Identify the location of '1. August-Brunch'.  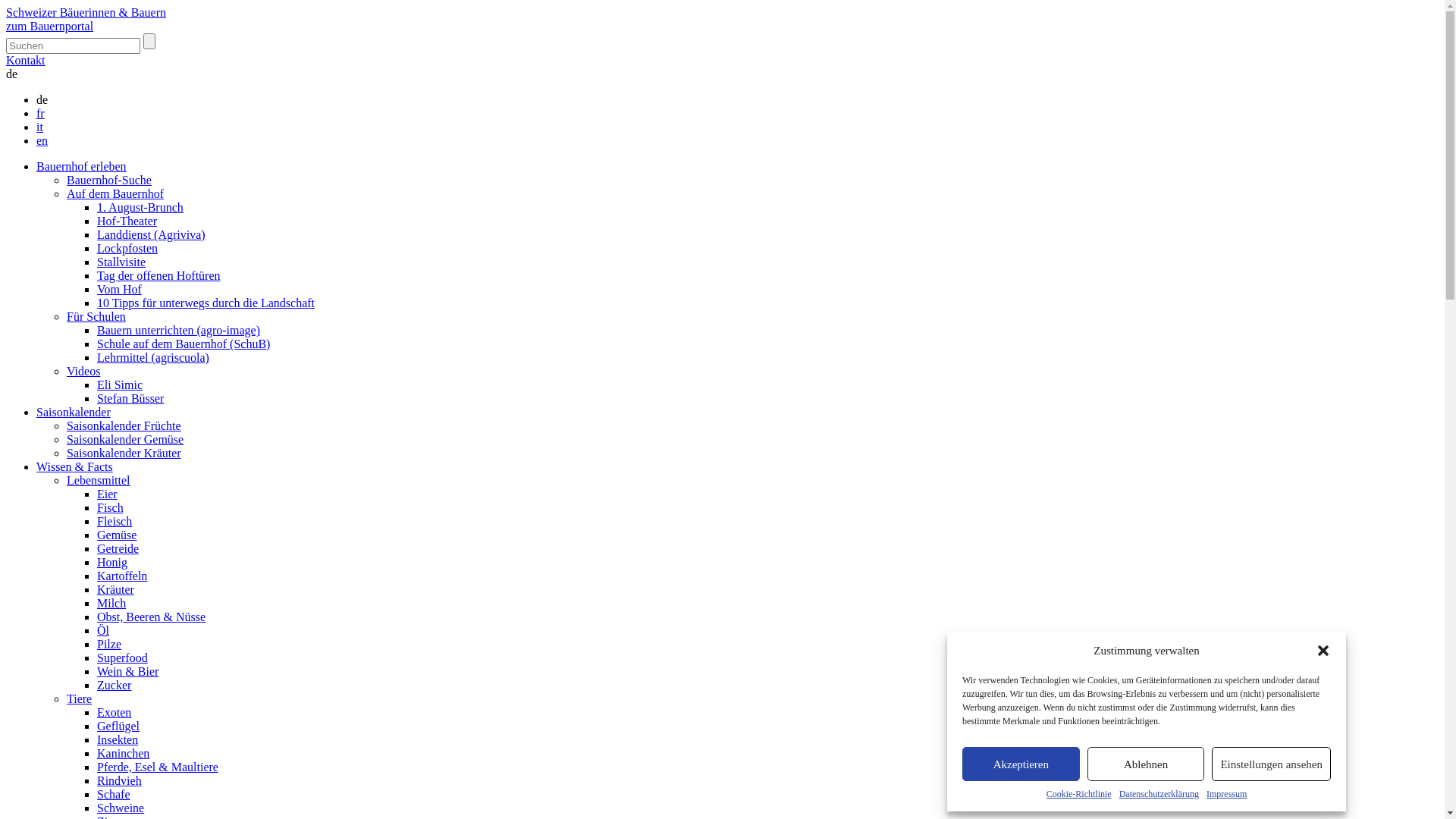
(140, 207).